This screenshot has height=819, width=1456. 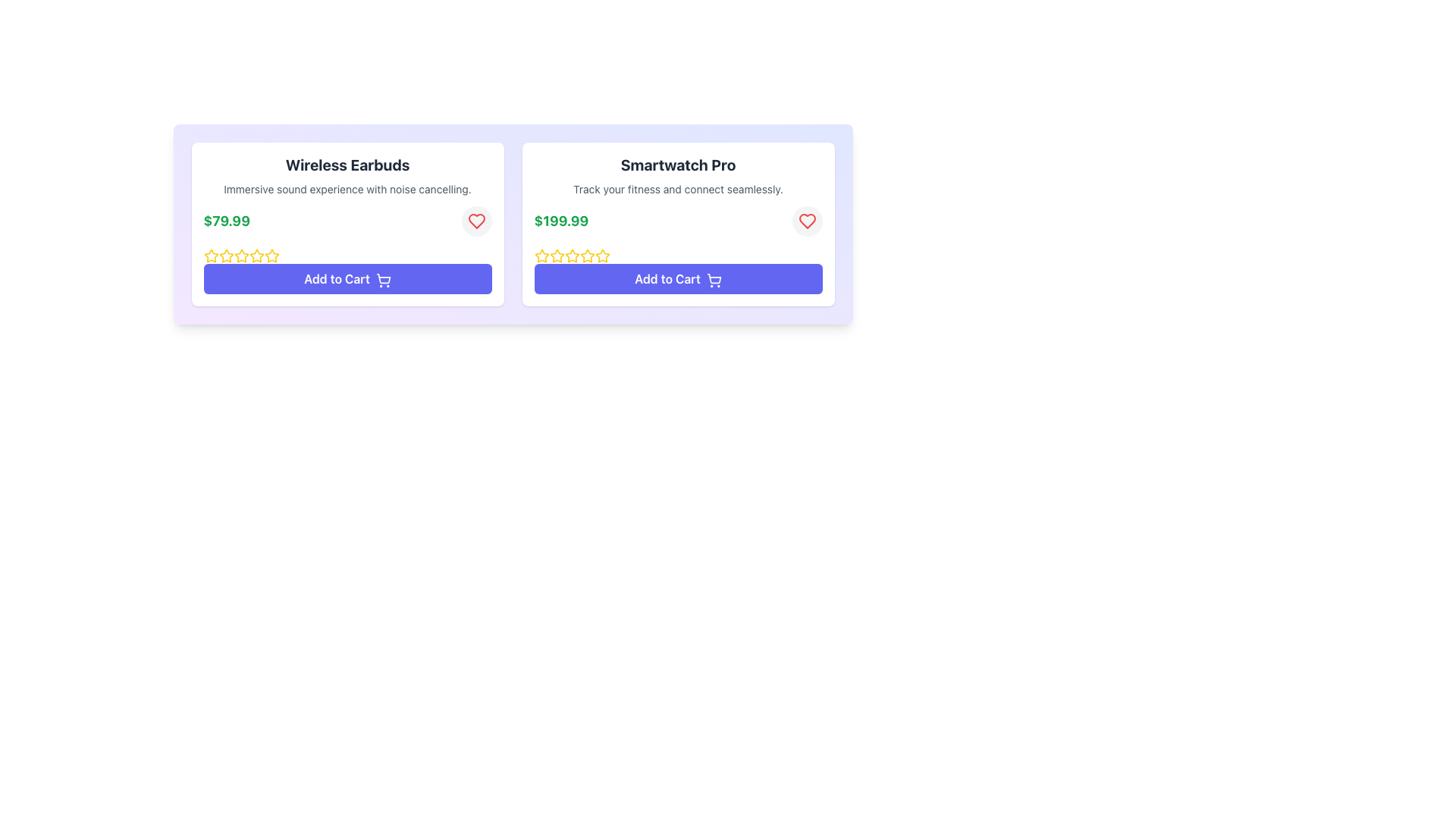 What do you see at coordinates (677, 165) in the screenshot?
I see `the prominent text label reading 'Smartwatch Pro', which is displayed in bold font at the top of the second product card` at bounding box center [677, 165].